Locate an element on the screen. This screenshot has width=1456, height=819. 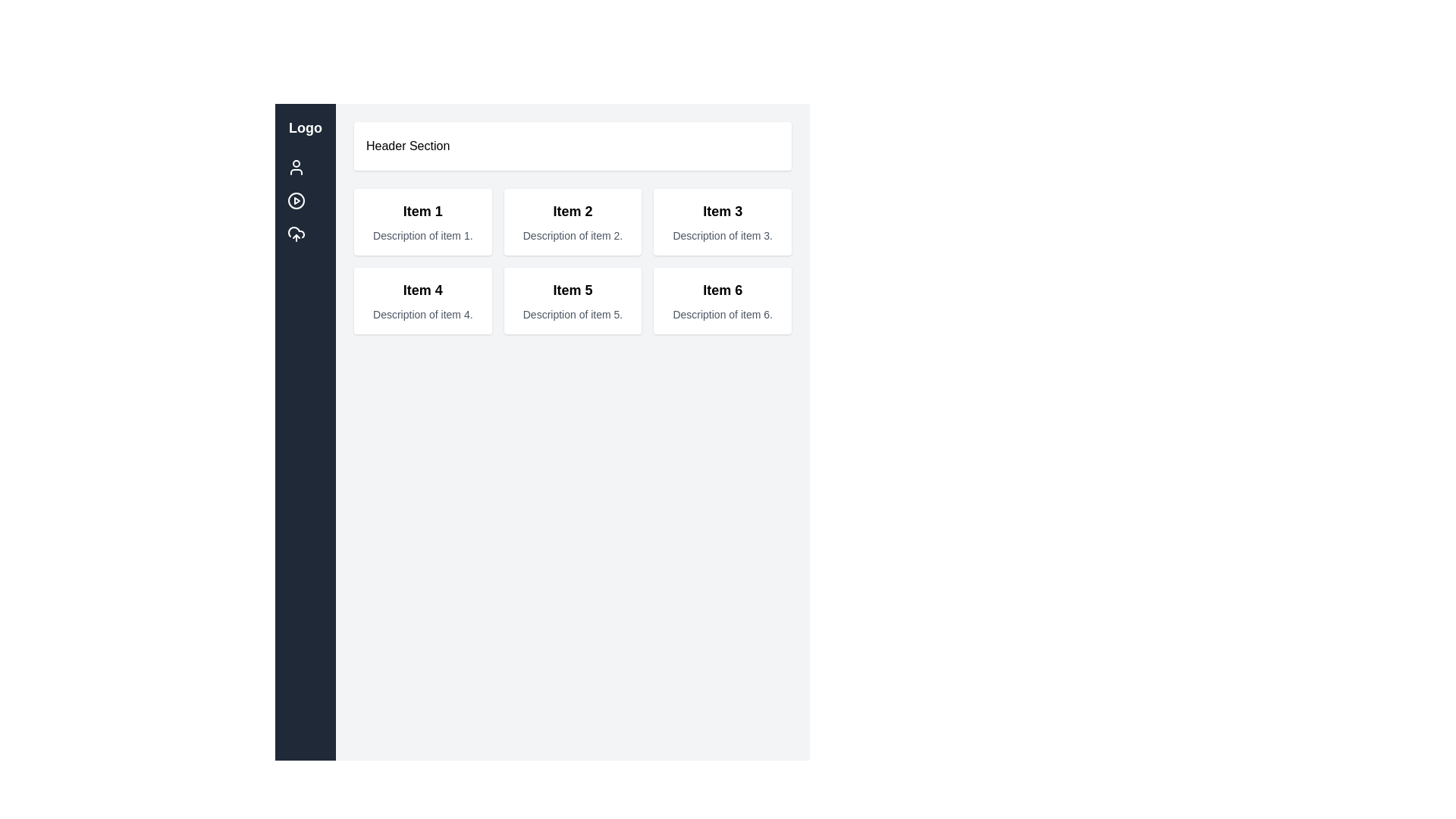
the text label displaying 'Description of item 1.' located beneath the 'Item 1' heading in the first card of the grid layout is located at coordinates (422, 236).